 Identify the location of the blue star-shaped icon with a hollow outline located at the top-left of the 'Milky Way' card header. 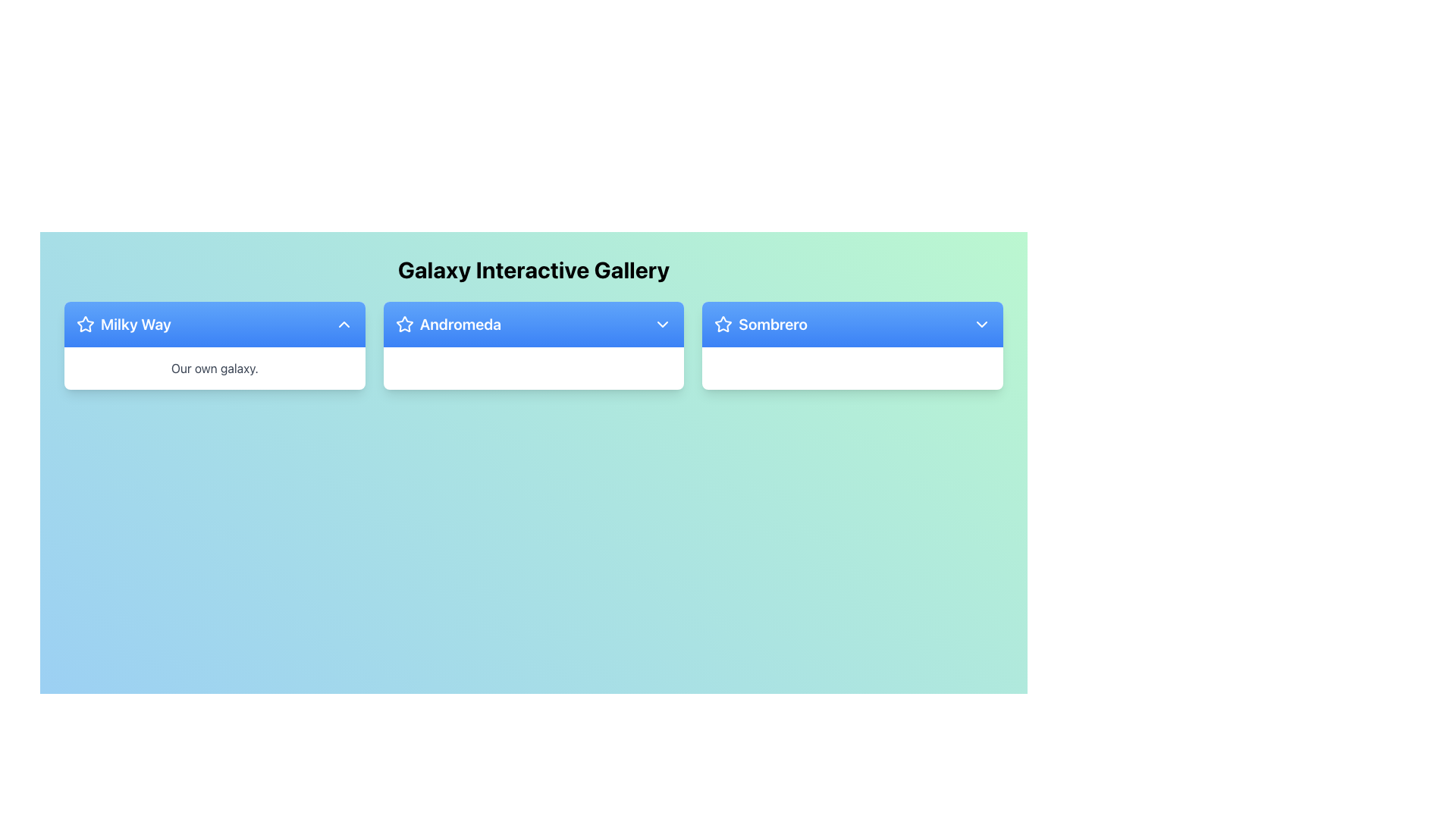
(723, 323).